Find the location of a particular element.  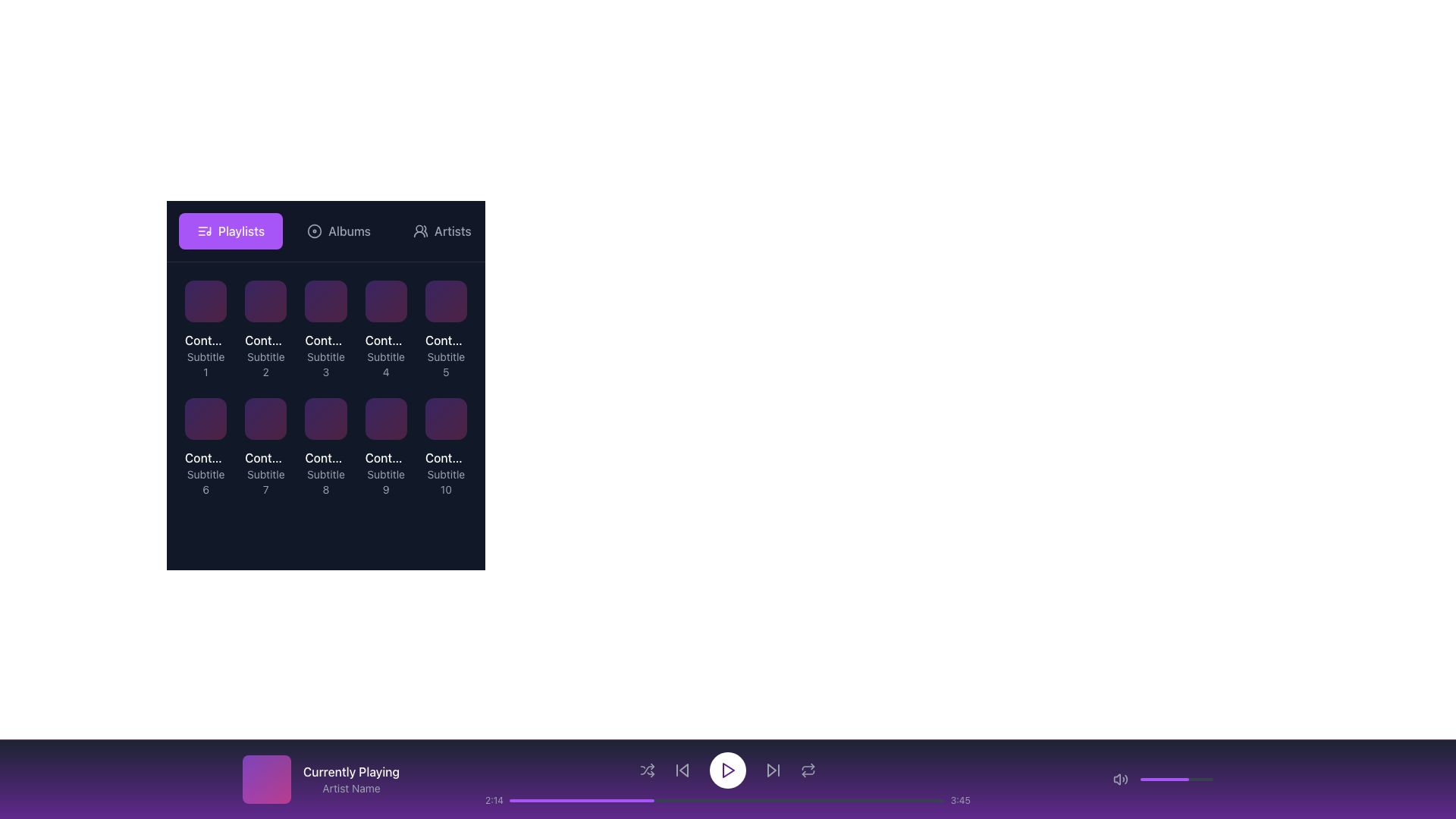

the volume slider is located at coordinates (1210, 780).